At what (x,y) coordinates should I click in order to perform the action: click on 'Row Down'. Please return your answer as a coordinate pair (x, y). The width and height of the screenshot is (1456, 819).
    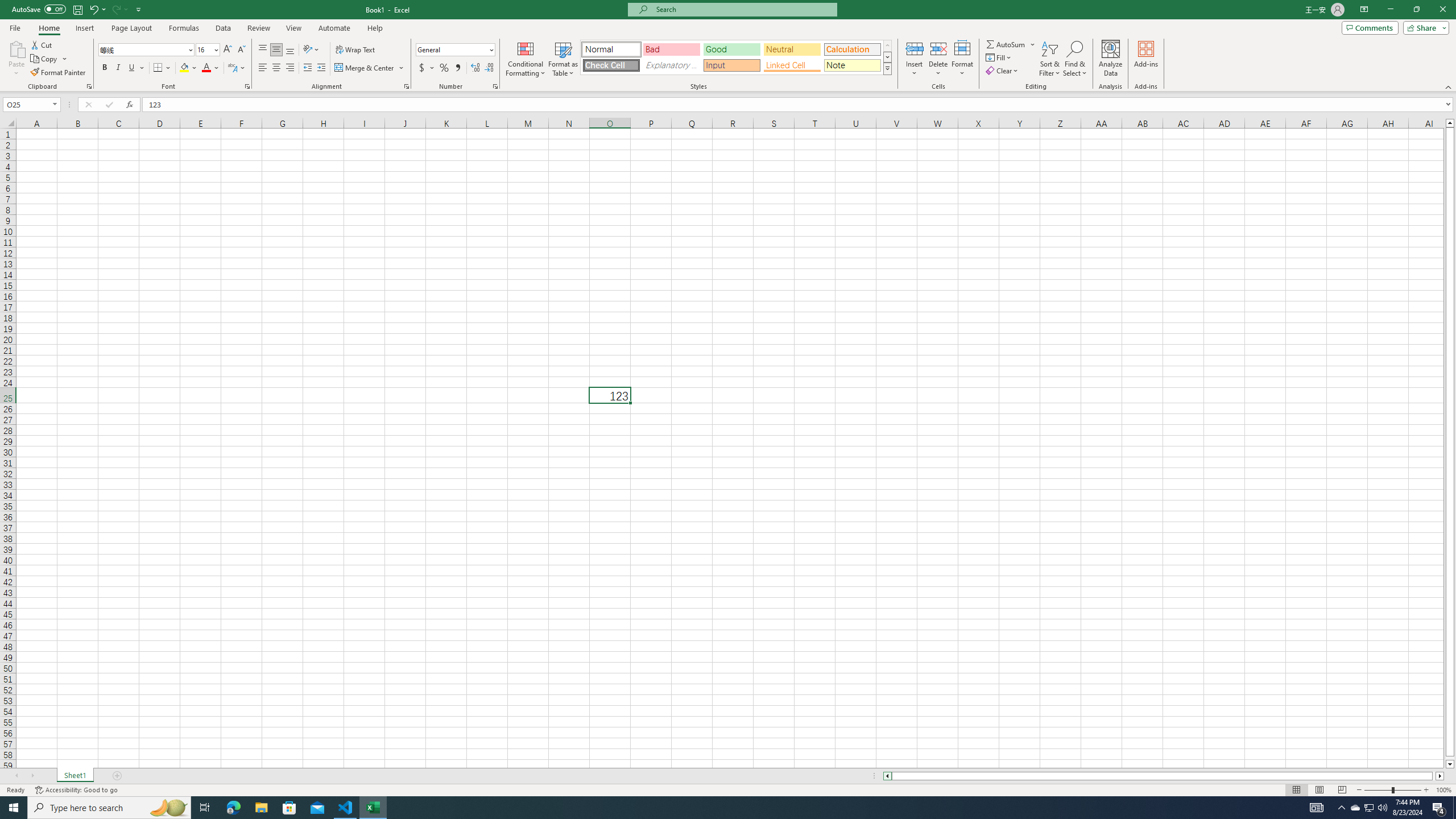
    Looking at the image, I should click on (887, 56).